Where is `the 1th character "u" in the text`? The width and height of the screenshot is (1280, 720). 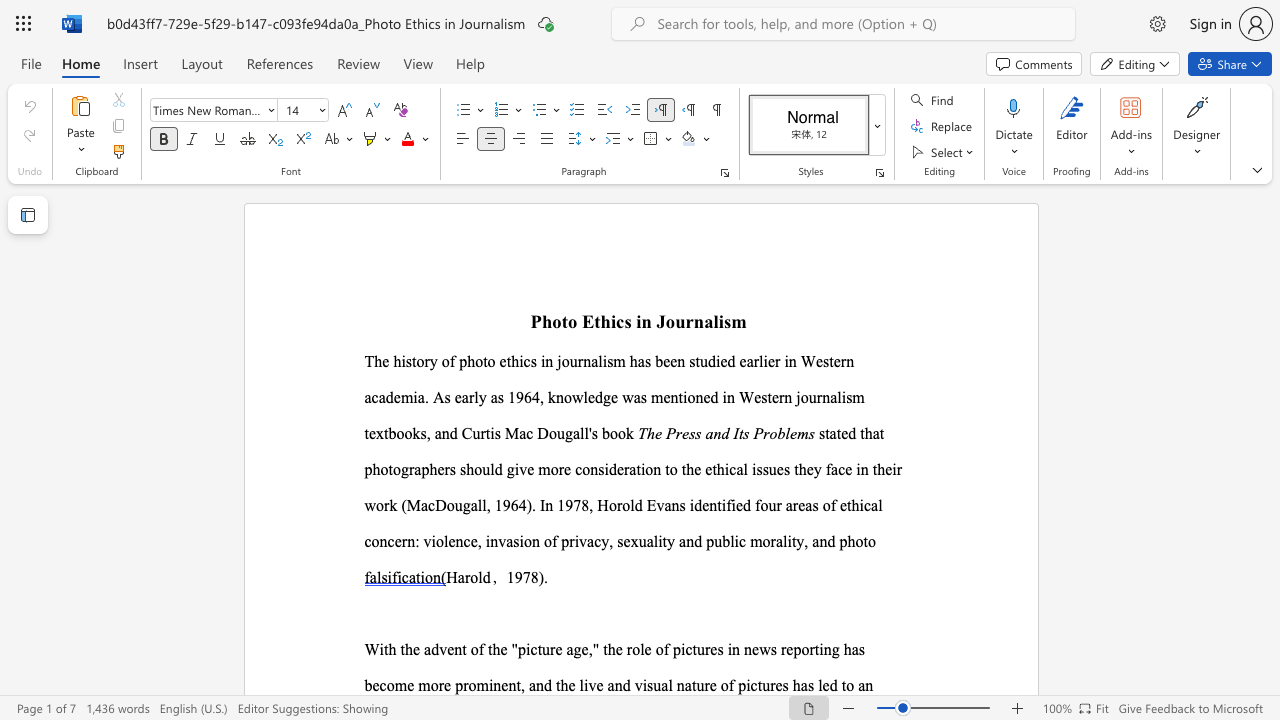
the 1th character "u" in the text is located at coordinates (680, 320).